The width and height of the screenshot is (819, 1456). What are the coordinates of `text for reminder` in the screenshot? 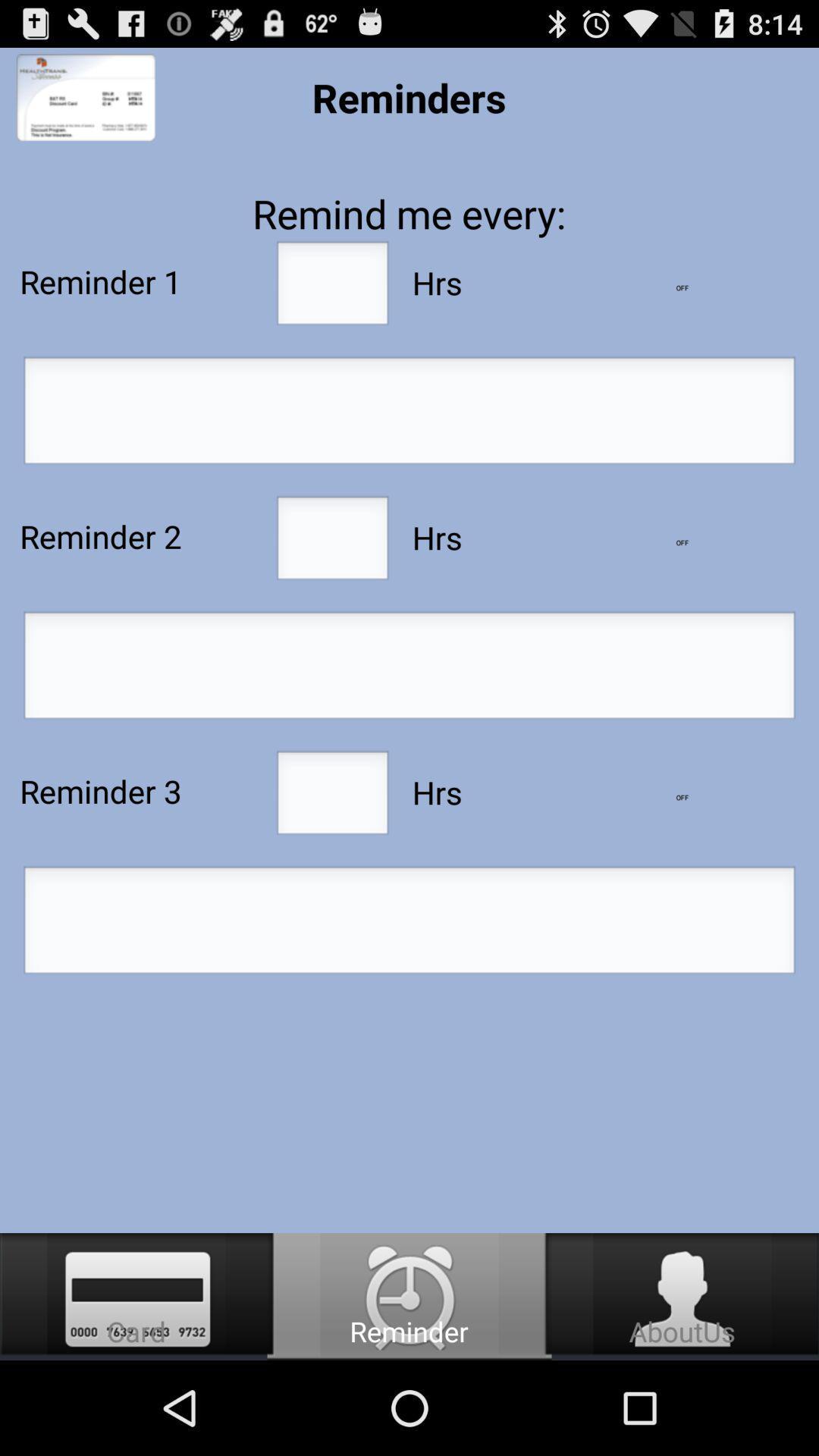 It's located at (409, 669).